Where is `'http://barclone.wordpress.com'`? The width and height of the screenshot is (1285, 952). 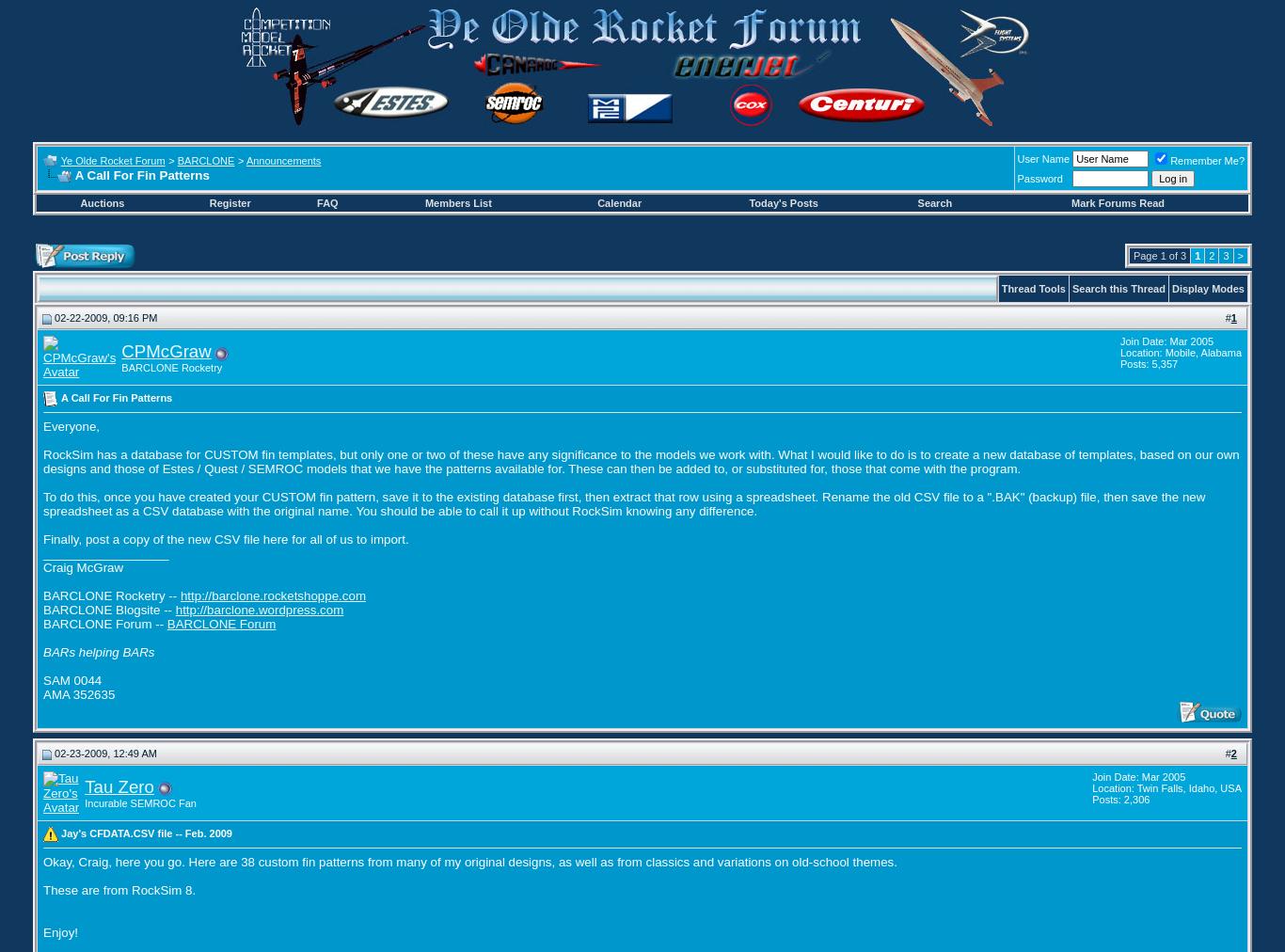
'http://barclone.wordpress.com' is located at coordinates (259, 609).